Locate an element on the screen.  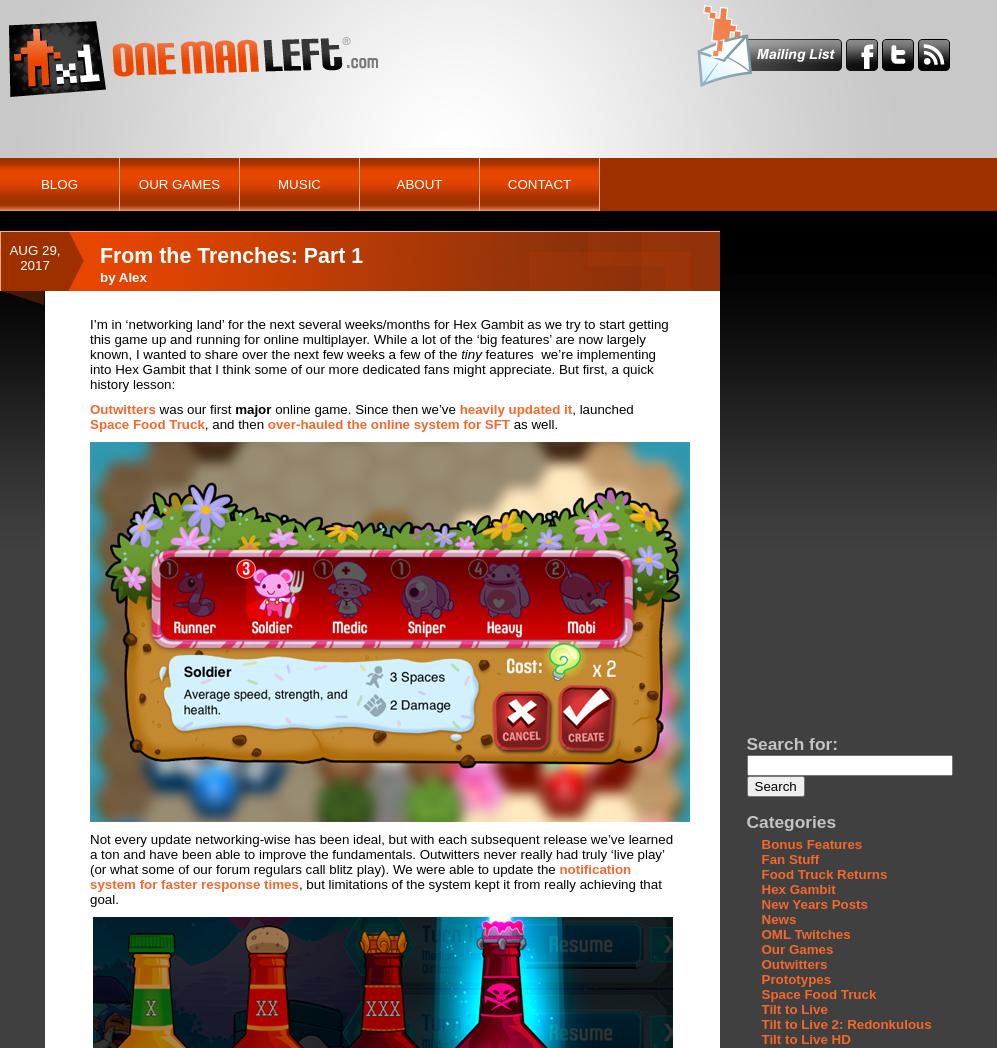
'heavily updated it' is located at coordinates (514, 409).